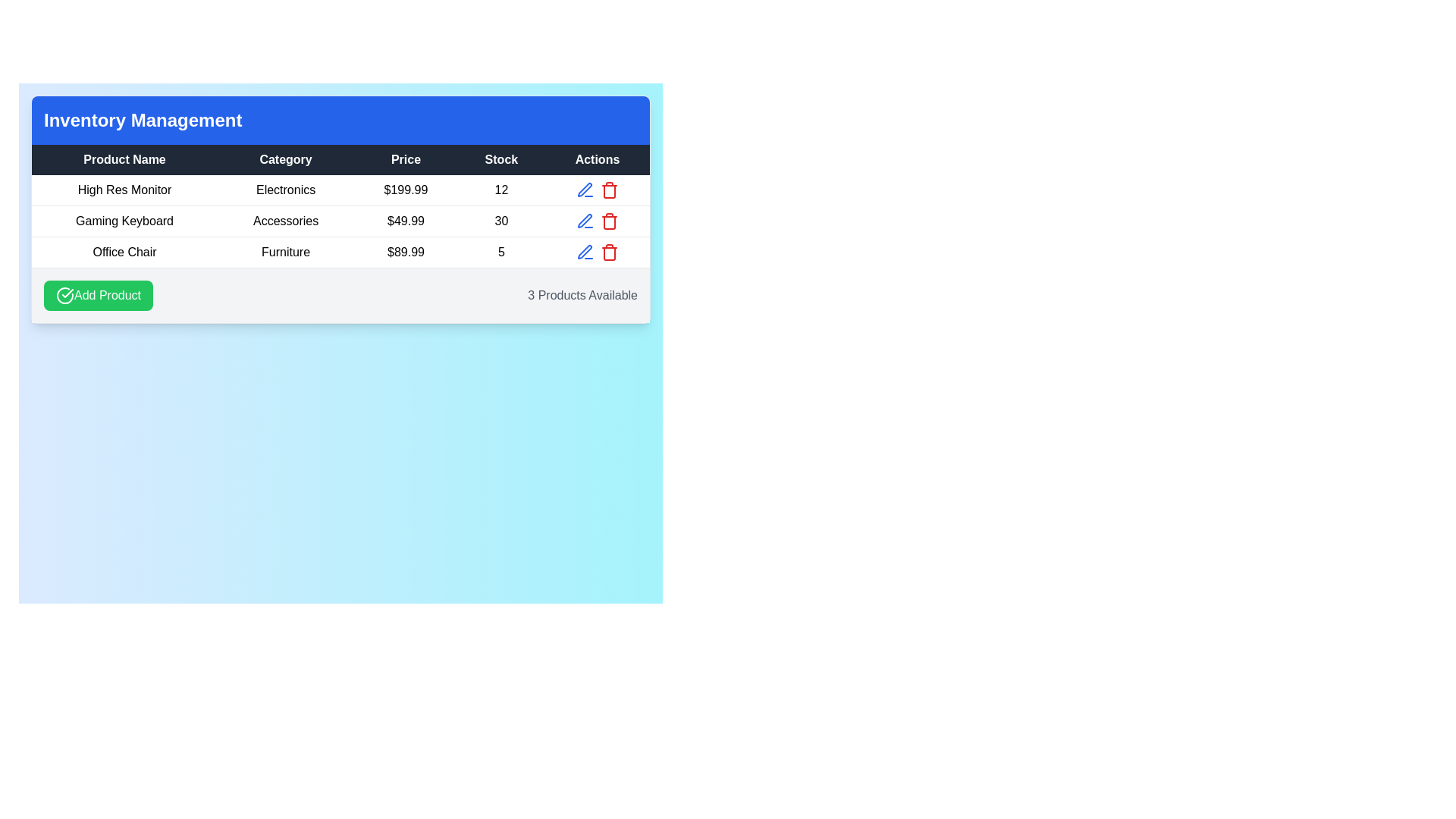 The height and width of the screenshot is (819, 1456). I want to click on the edit icon button located in the 'Actions' column of the second row of the visible table, which is positioned directly to the left of the red trash bin icon, so click(584, 189).